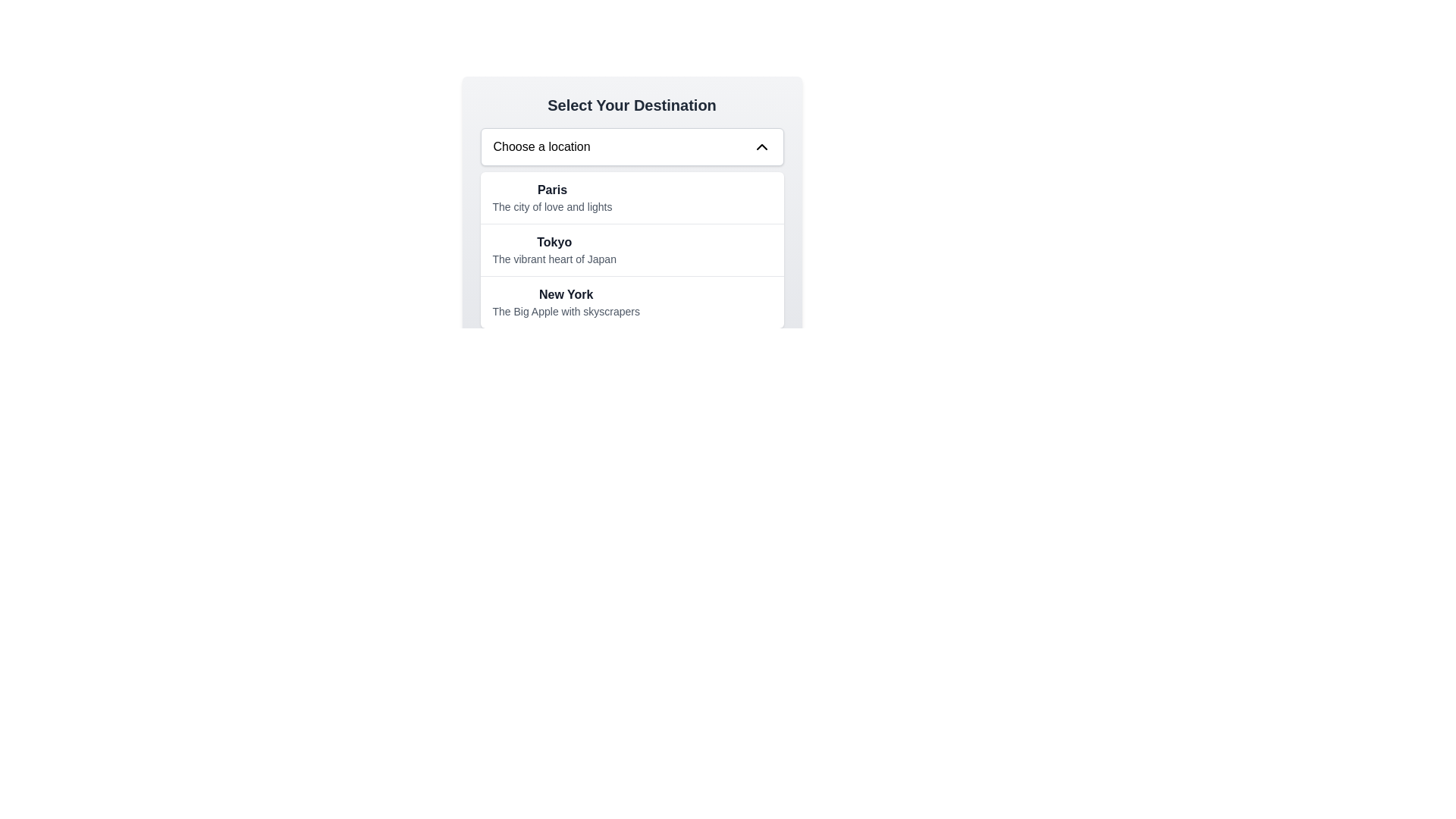 The width and height of the screenshot is (1456, 819). What do you see at coordinates (565, 302) in the screenshot?
I see `the third option in the dropdown menu` at bounding box center [565, 302].